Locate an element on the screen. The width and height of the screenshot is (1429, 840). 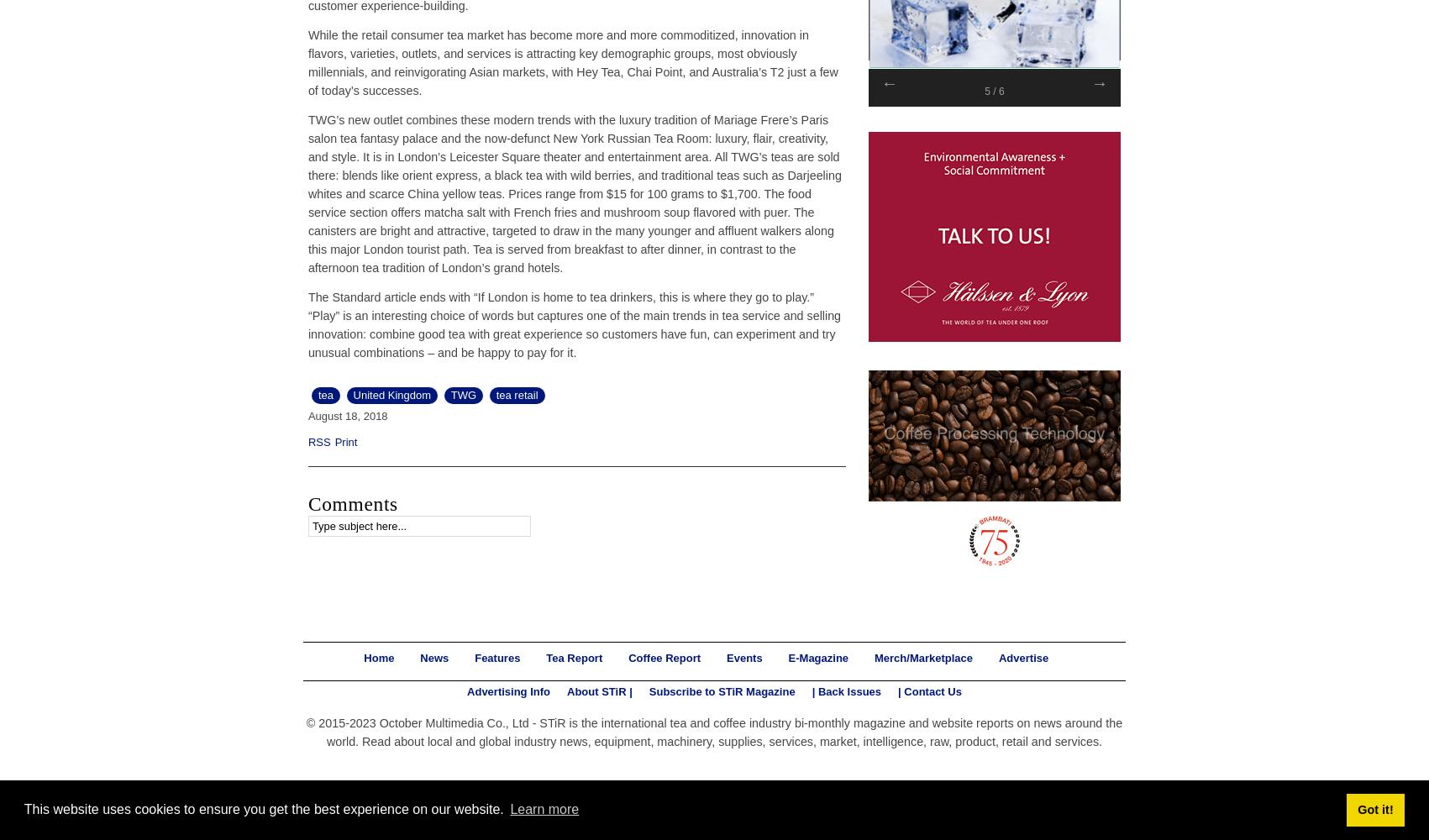
'Coffee Report' is located at coordinates (628, 657).